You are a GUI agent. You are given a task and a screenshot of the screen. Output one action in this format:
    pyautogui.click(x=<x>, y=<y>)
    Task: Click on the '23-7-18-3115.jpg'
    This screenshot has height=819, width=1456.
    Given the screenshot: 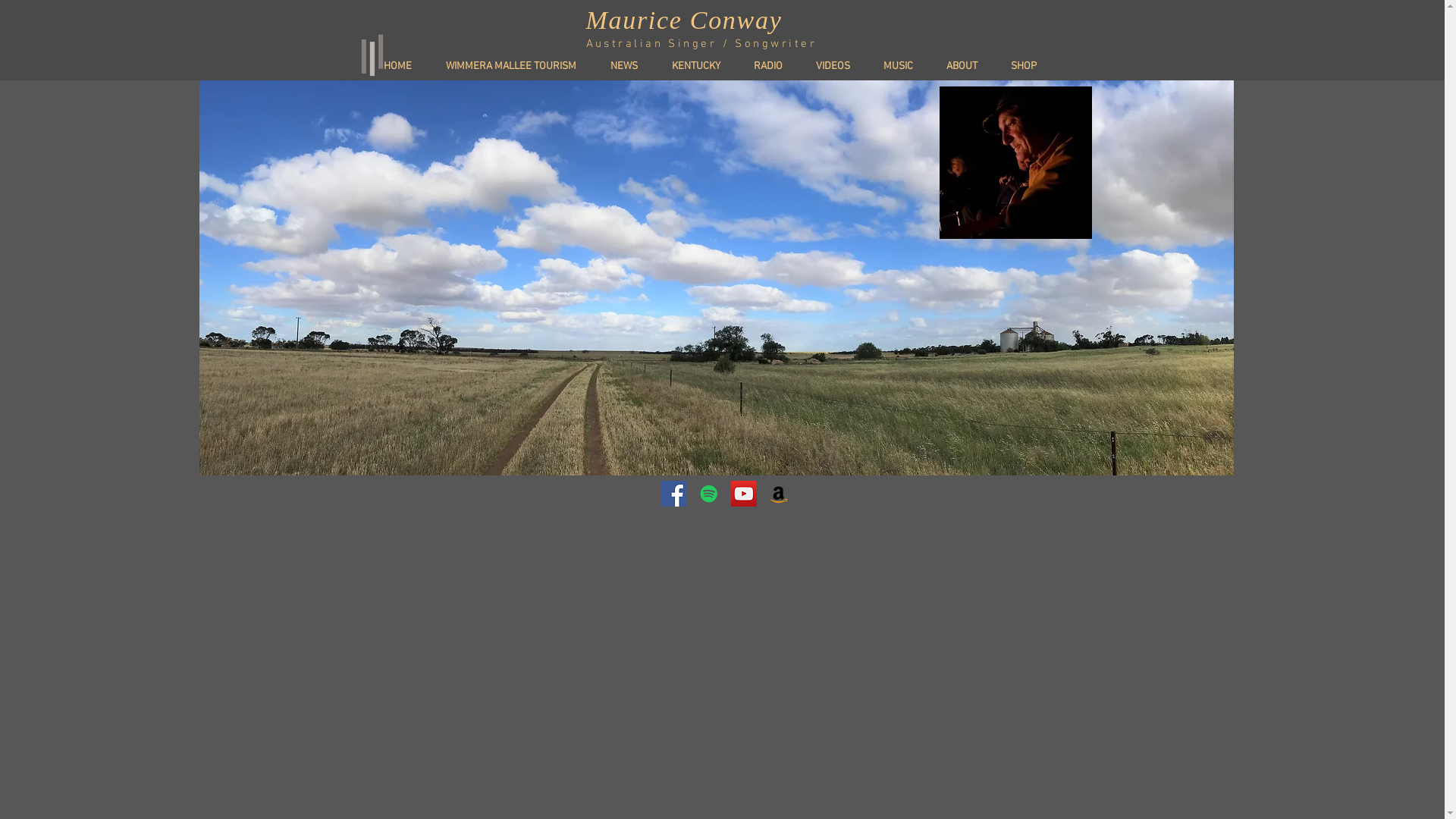 What is the action you would take?
    pyautogui.click(x=938, y=162)
    